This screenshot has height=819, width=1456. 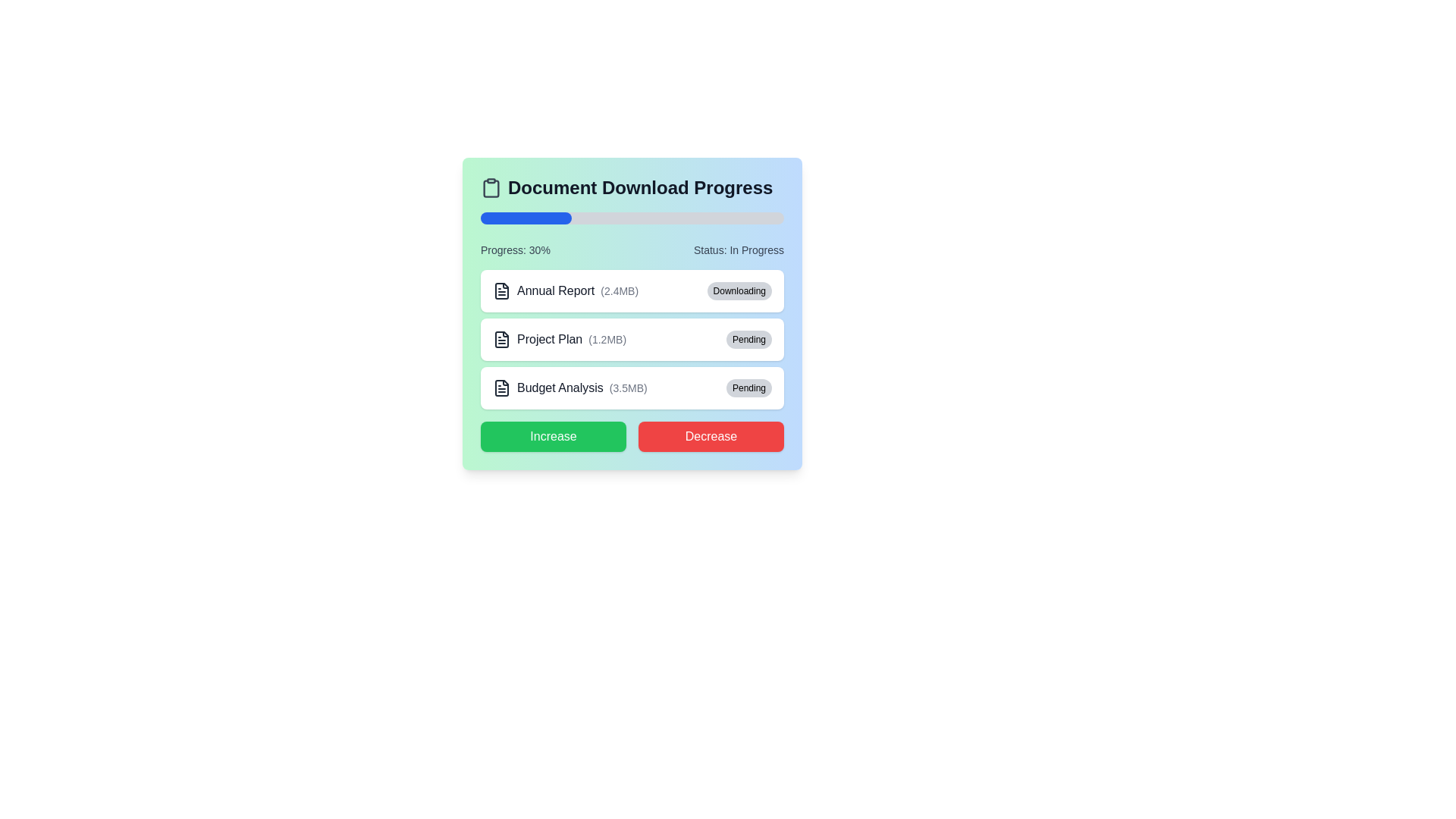 I want to click on the 'Project Plan' download panel, so click(x=632, y=338).